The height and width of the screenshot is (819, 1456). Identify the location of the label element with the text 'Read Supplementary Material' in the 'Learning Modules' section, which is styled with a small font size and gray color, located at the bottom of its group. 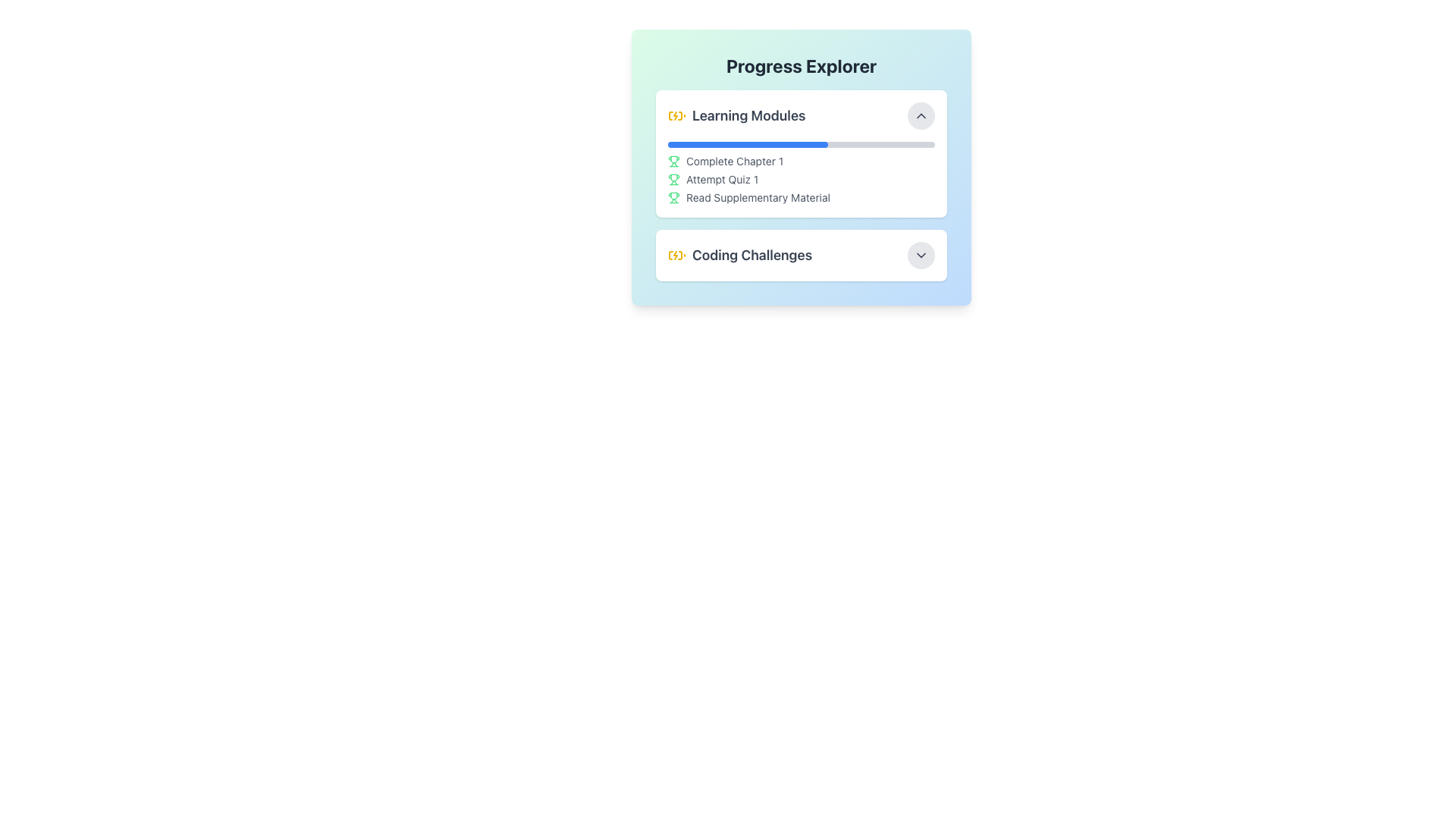
(800, 197).